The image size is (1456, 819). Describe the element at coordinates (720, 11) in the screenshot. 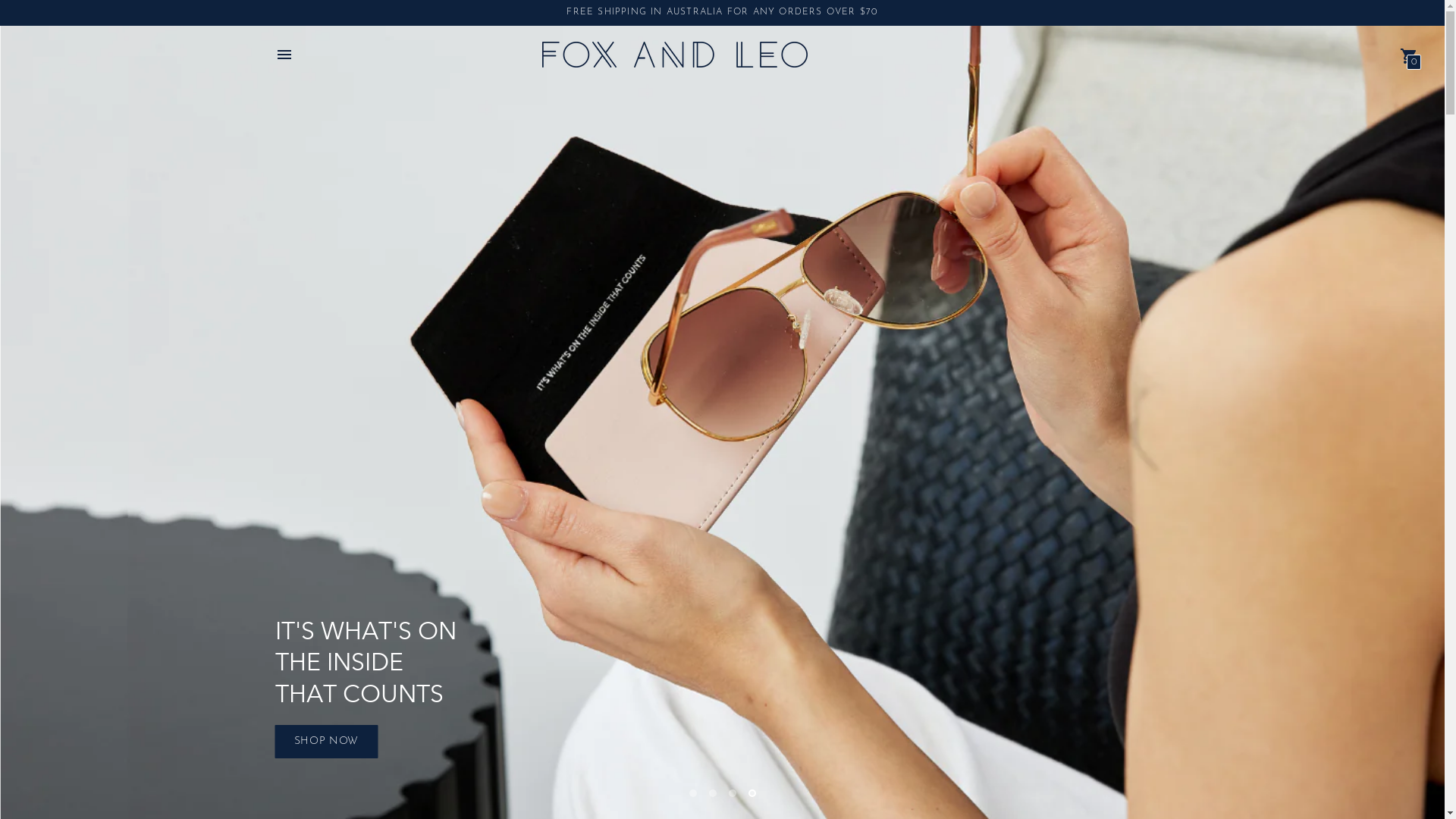

I see `'FREE SHIPPING IN AUSTRALIA FOR ANY ORDERS OVER $70'` at that location.